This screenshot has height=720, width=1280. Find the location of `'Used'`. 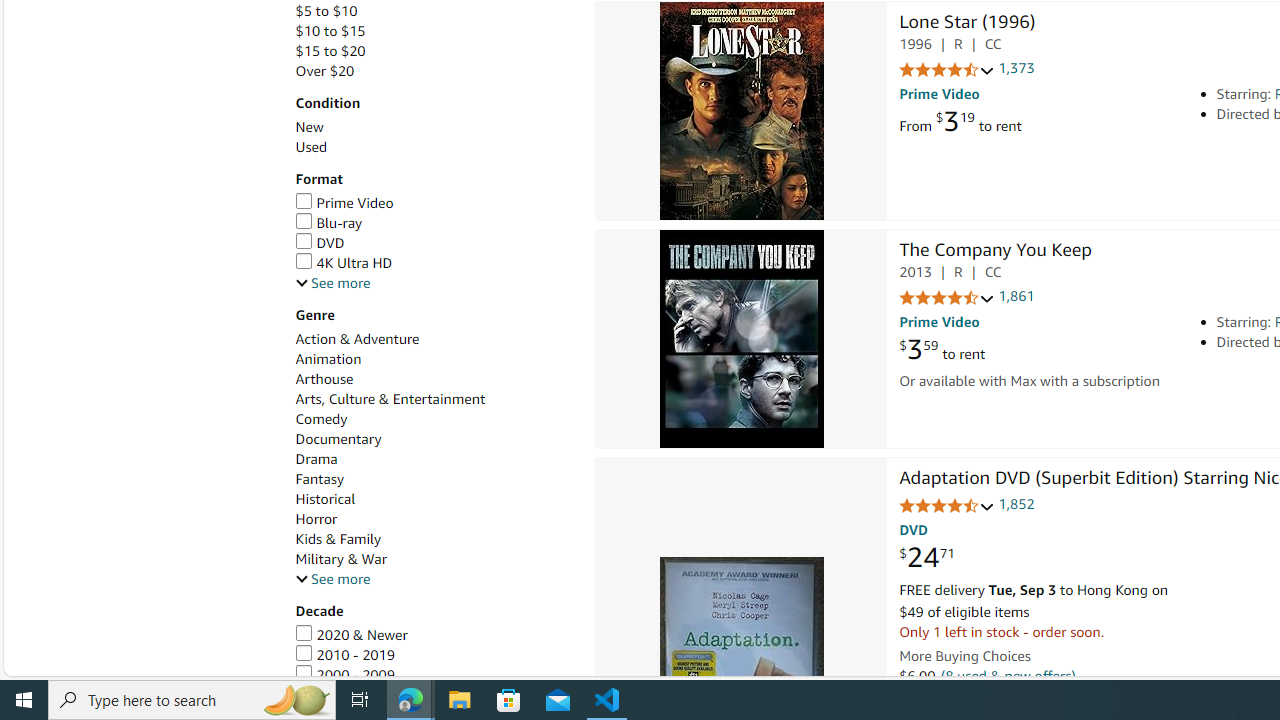

'Used' is located at coordinates (433, 146).